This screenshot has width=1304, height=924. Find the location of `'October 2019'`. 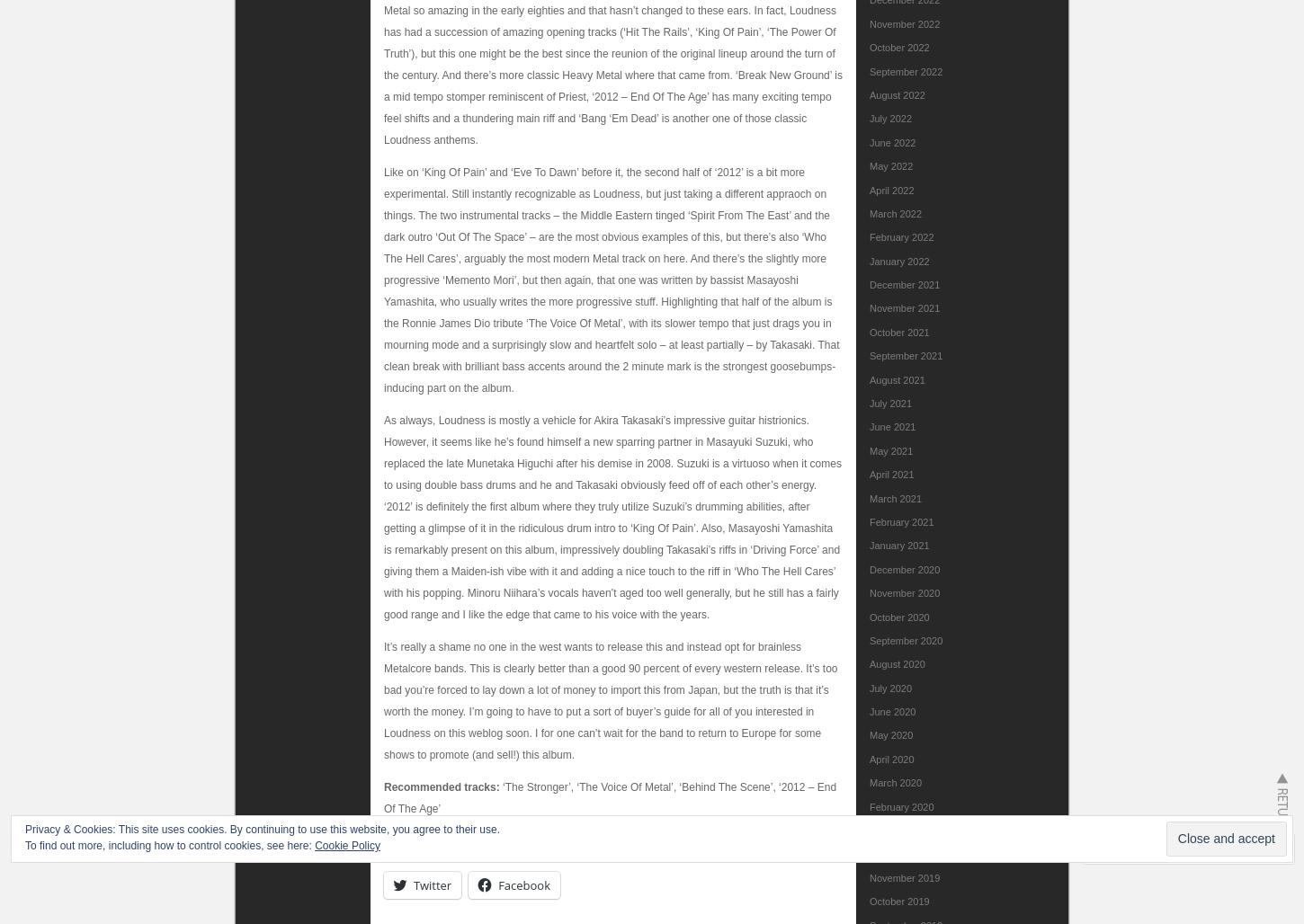

'October 2019' is located at coordinates (899, 901).